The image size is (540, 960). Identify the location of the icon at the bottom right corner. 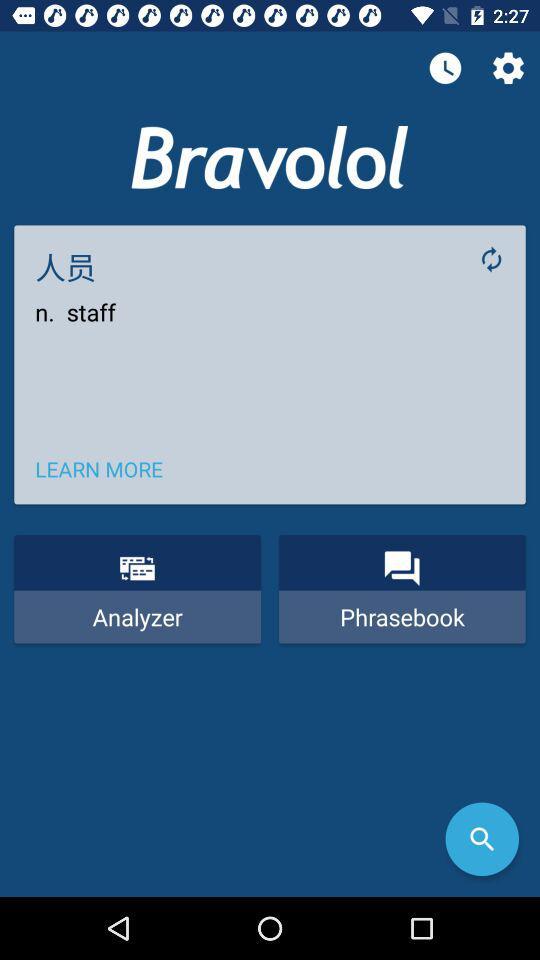
(481, 839).